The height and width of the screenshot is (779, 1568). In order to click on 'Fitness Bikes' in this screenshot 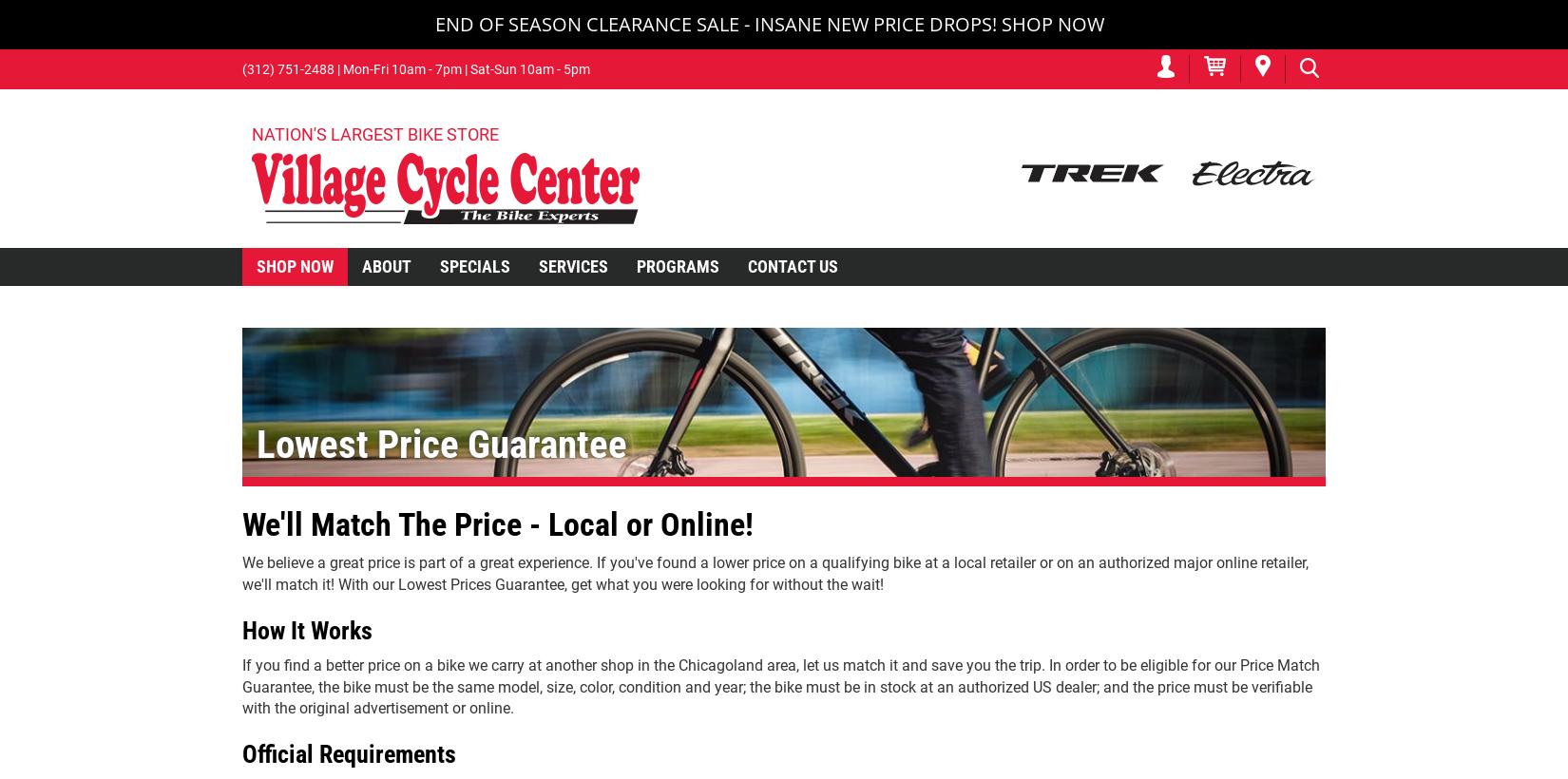, I will do `click(248, 544)`.